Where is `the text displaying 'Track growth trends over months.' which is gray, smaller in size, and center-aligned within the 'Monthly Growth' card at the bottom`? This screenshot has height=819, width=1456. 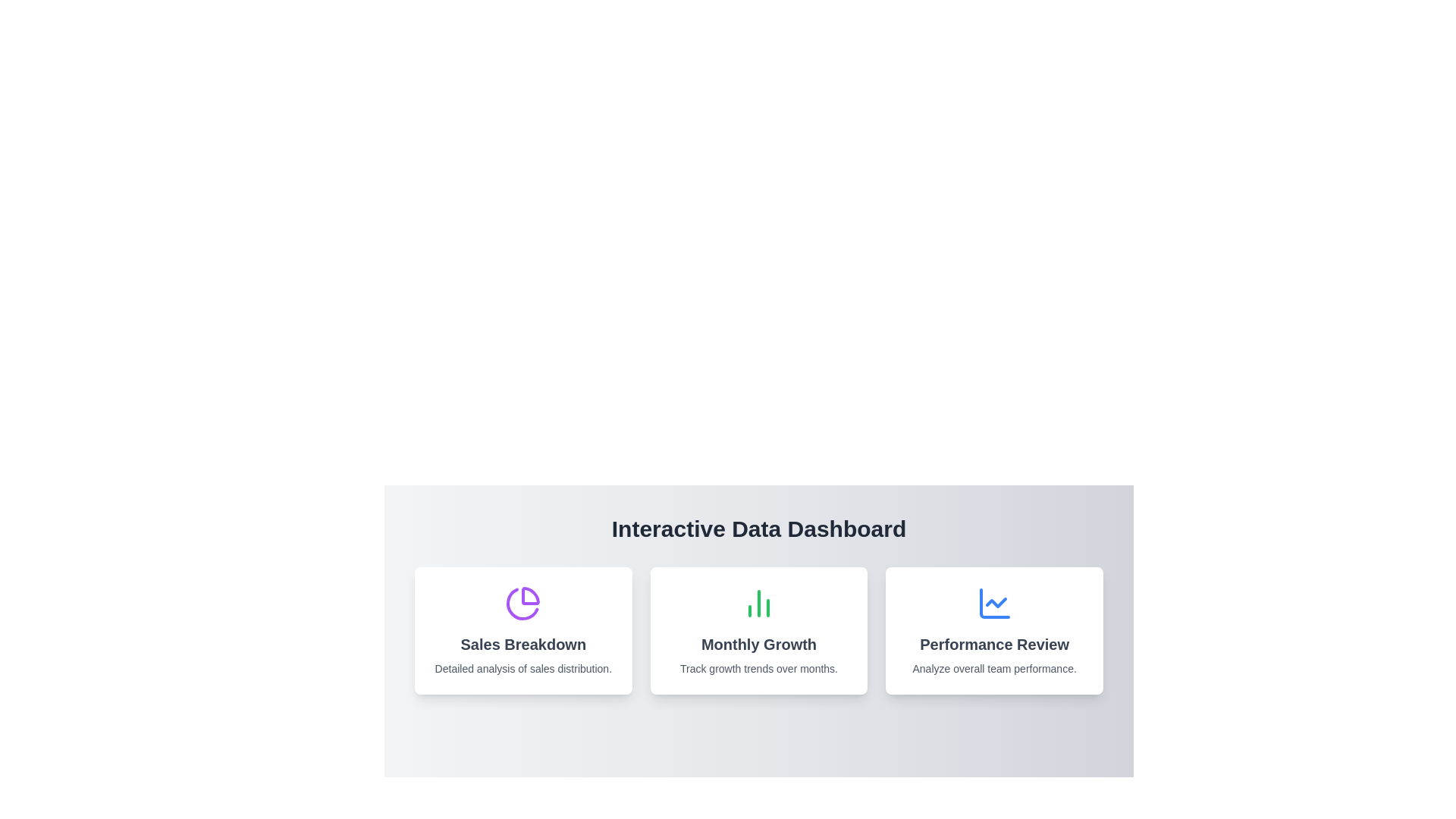 the text displaying 'Track growth trends over months.' which is gray, smaller in size, and center-aligned within the 'Monthly Growth' card at the bottom is located at coordinates (758, 668).